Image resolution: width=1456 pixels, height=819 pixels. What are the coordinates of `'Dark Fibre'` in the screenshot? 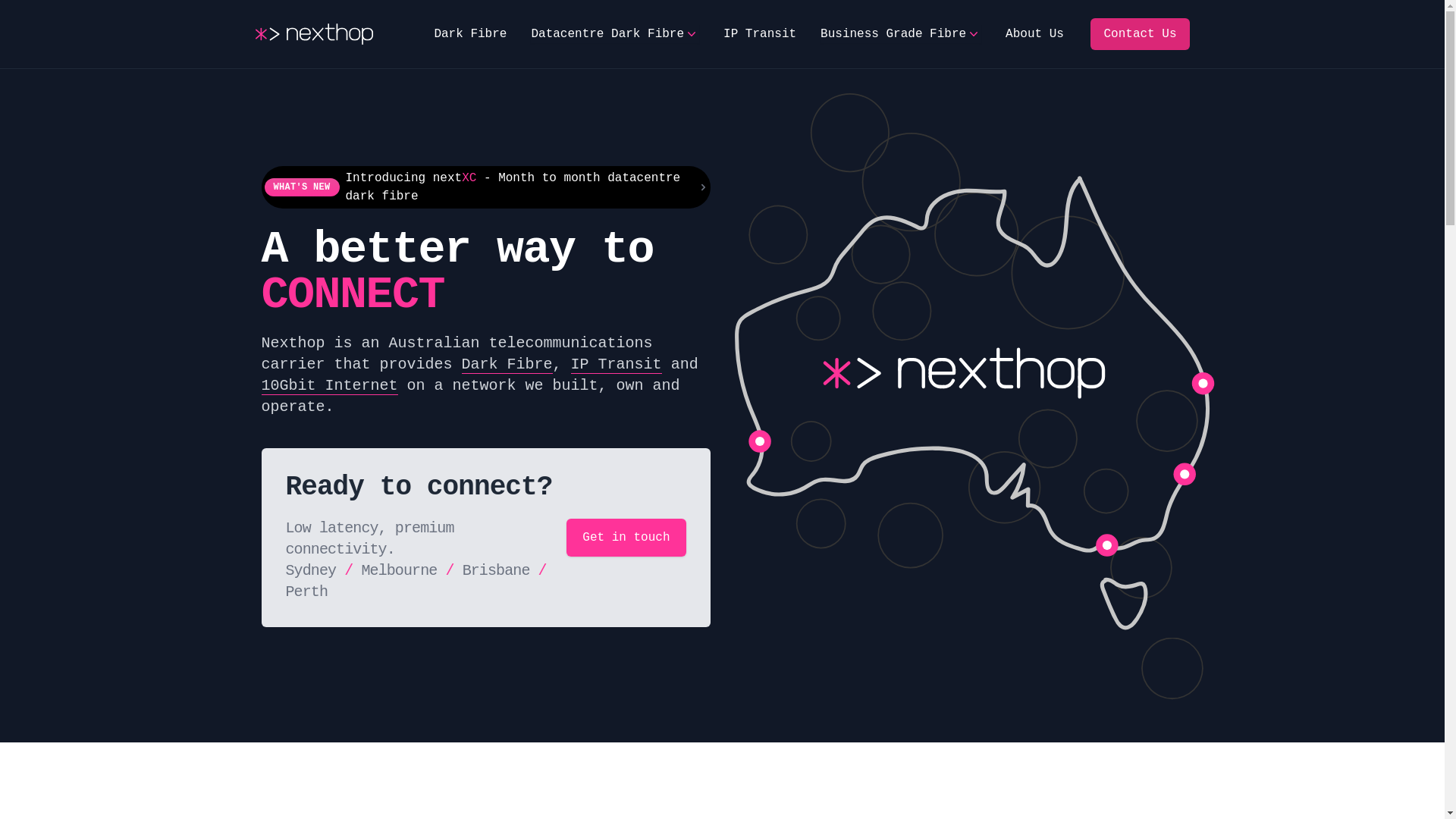 It's located at (469, 34).